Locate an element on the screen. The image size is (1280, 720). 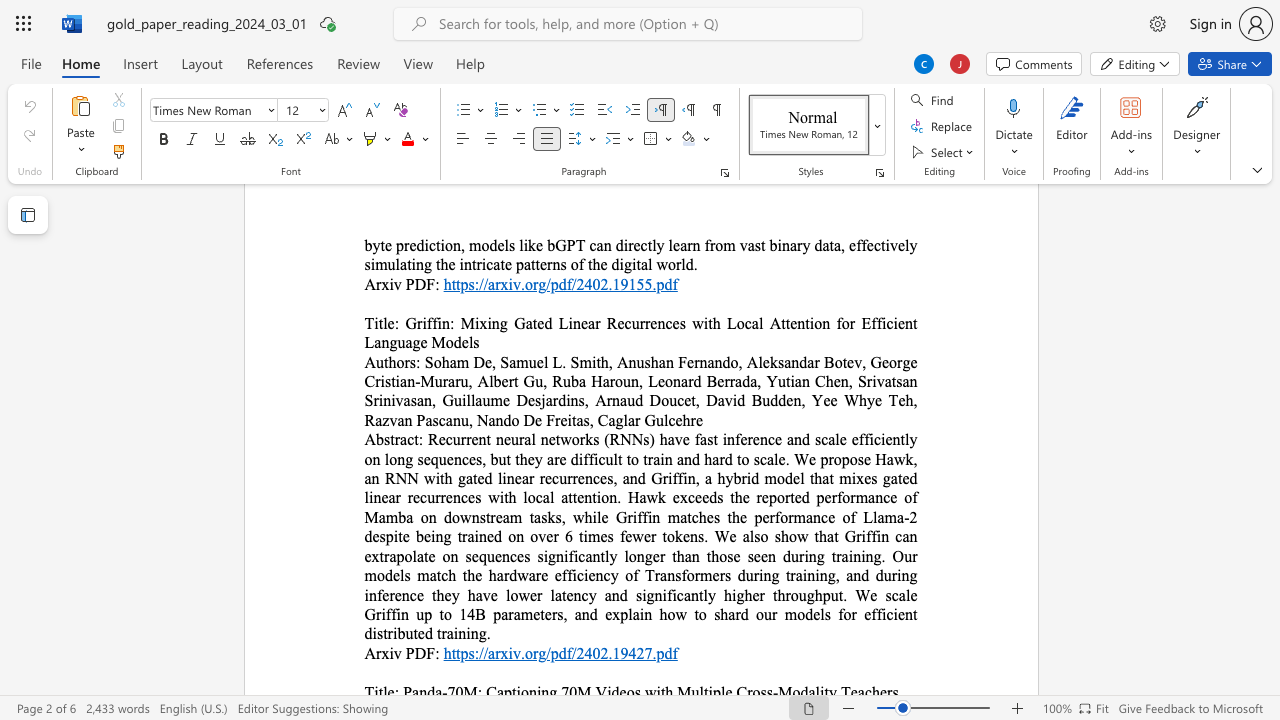
the 25th character "n" in the text is located at coordinates (656, 516).